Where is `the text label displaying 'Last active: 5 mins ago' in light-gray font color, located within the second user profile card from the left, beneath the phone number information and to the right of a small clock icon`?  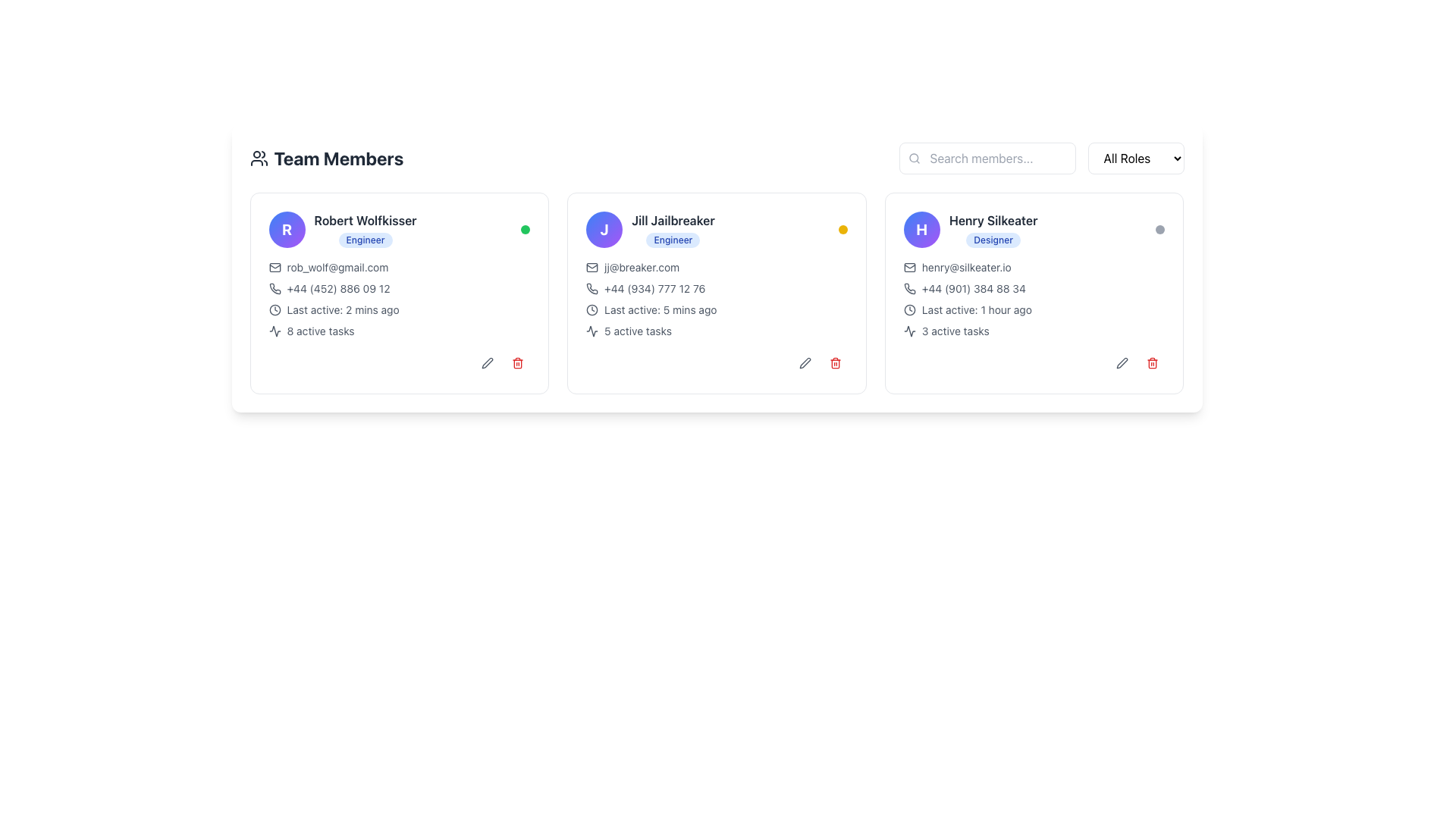
the text label displaying 'Last active: 5 mins ago' in light-gray font color, located within the second user profile card from the left, beneath the phone number information and to the right of a small clock icon is located at coordinates (661, 309).